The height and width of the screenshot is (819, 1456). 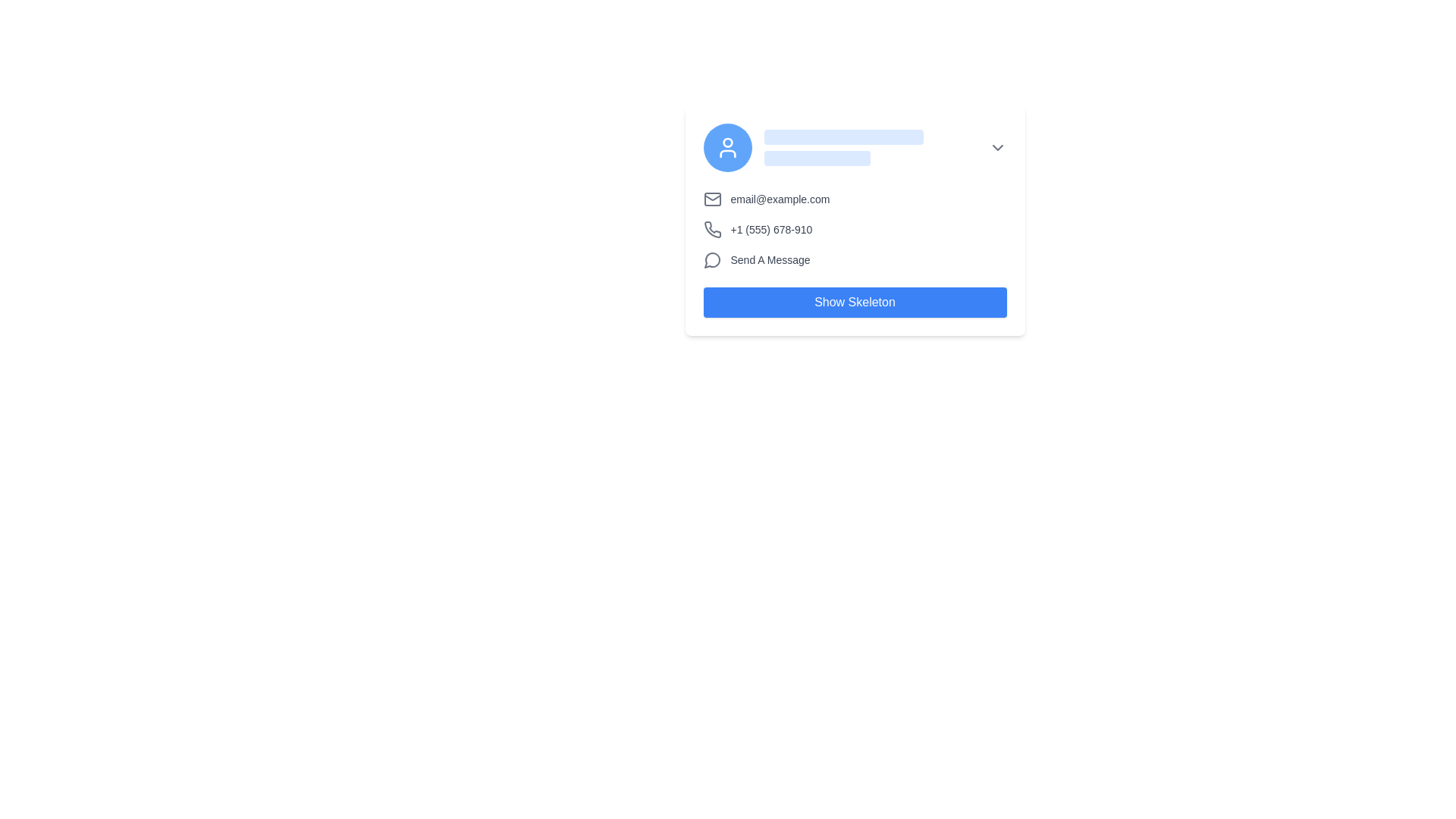 What do you see at coordinates (711, 259) in the screenshot?
I see `the messaging icon located at the start of the 'Send A Message' section, which is positioned in the lower-middle section of the visible card` at bounding box center [711, 259].